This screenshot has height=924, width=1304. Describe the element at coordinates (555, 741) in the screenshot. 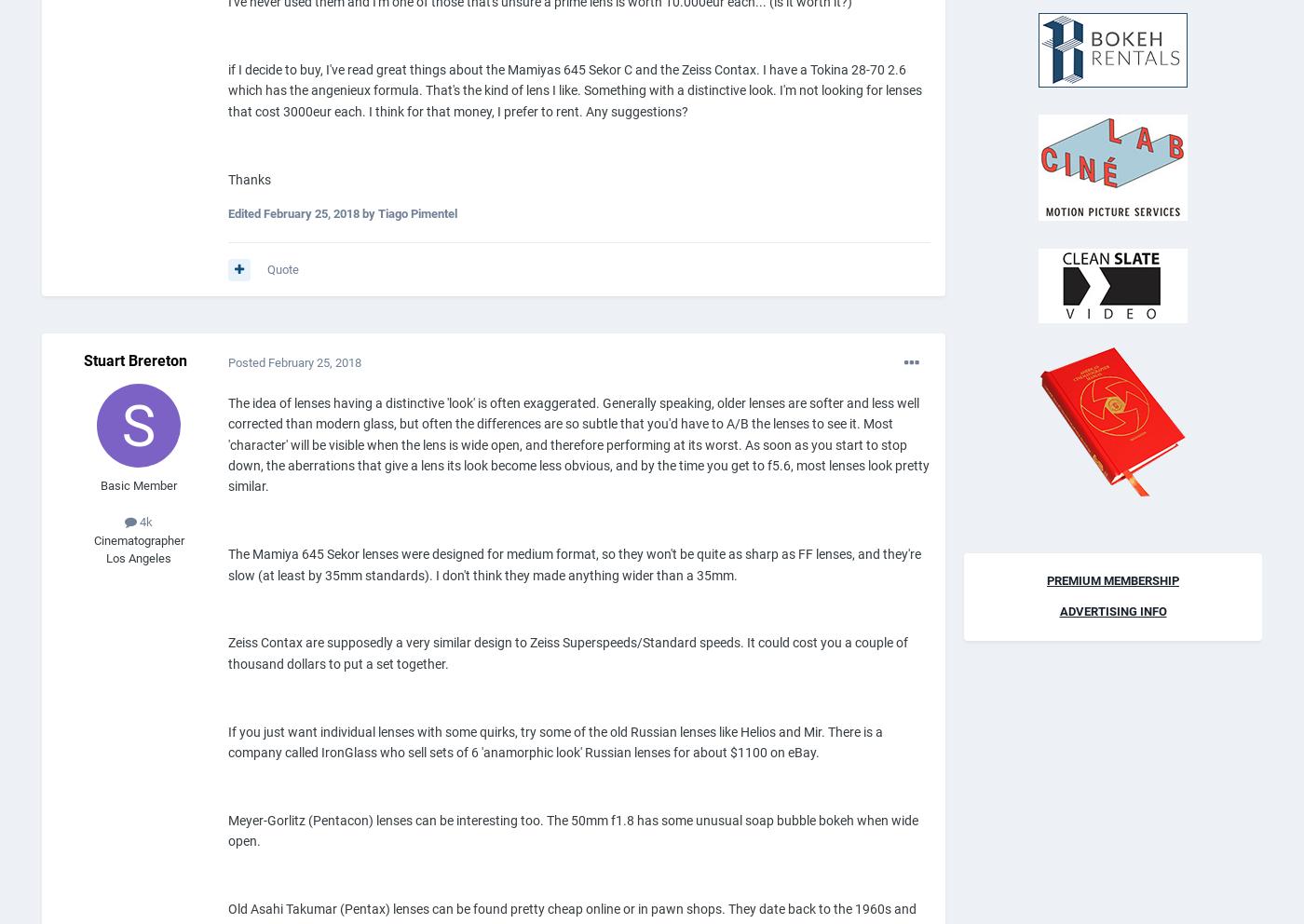

I see `'If you just want individual lenses with some quirks, try some of the old Russian lenses like Helios and Mir. There is a company called IronGlass who sell sets of 6 'anamorphic look' Russian lenses for about $1100 on eBay.'` at that location.